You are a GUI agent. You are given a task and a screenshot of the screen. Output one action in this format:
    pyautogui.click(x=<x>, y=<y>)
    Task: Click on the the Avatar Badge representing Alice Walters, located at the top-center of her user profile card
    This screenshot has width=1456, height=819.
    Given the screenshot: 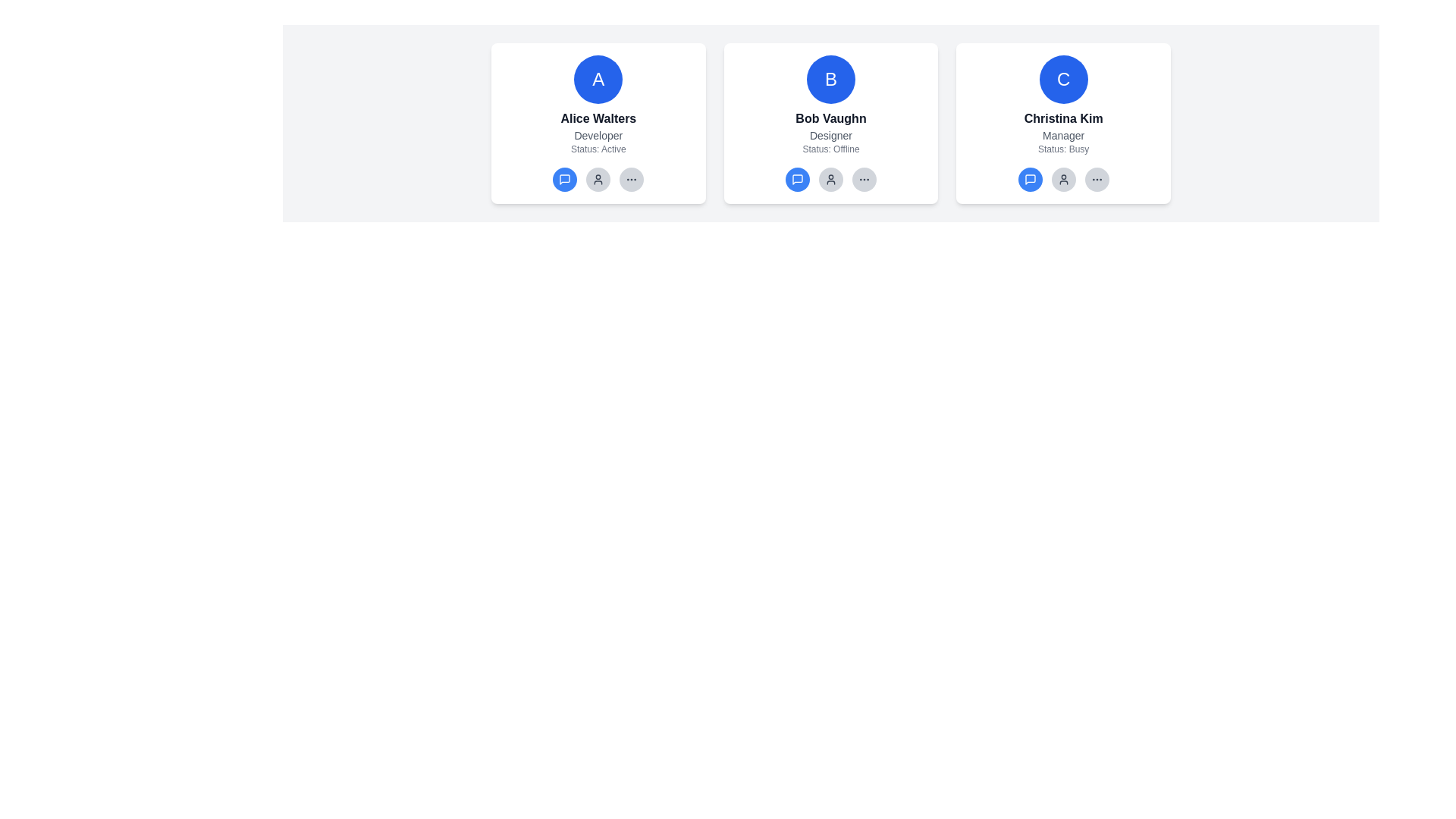 What is the action you would take?
    pyautogui.click(x=598, y=79)
    